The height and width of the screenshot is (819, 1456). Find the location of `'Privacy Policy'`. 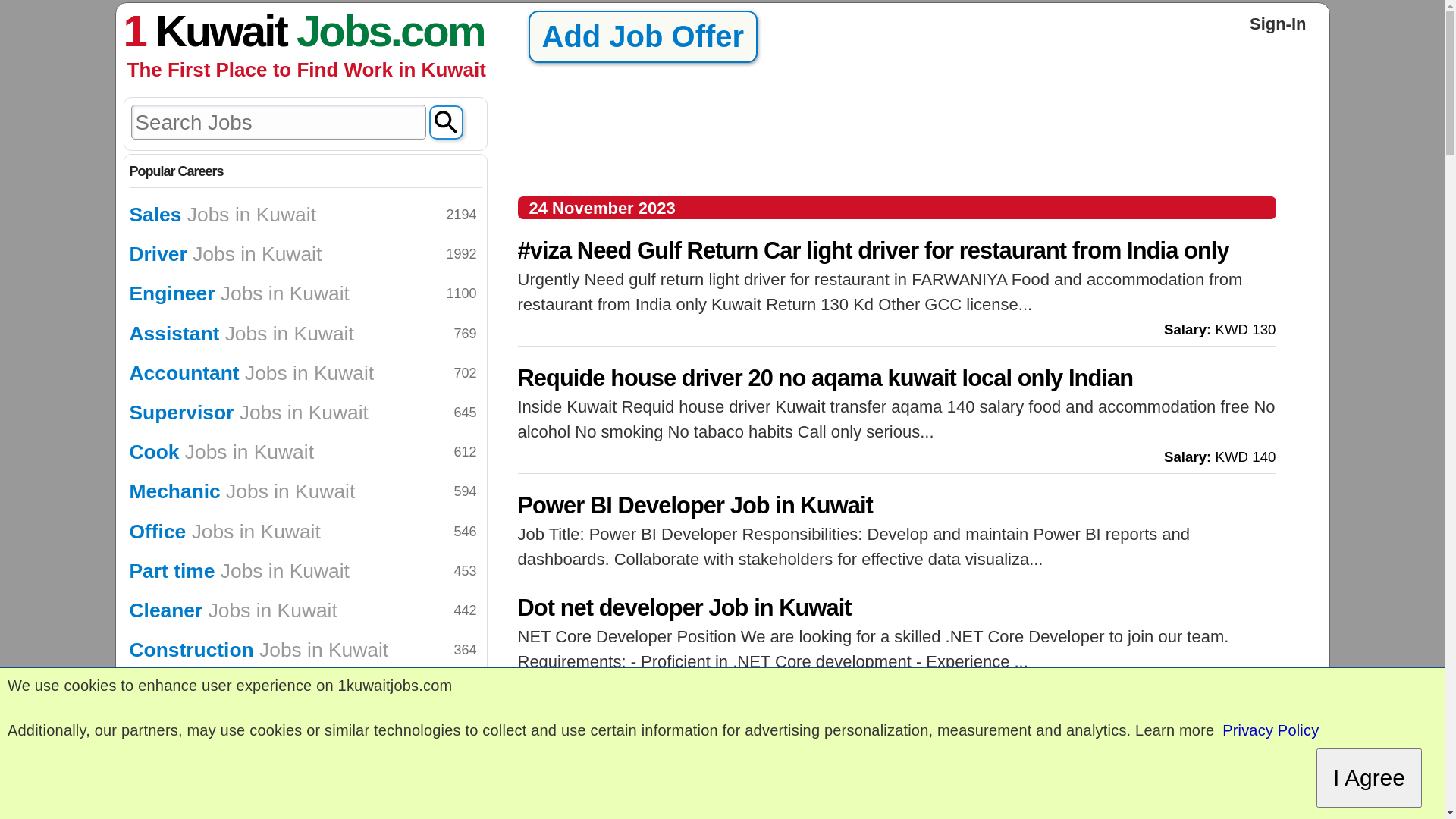

'Privacy Policy' is located at coordinates (1270, 730).